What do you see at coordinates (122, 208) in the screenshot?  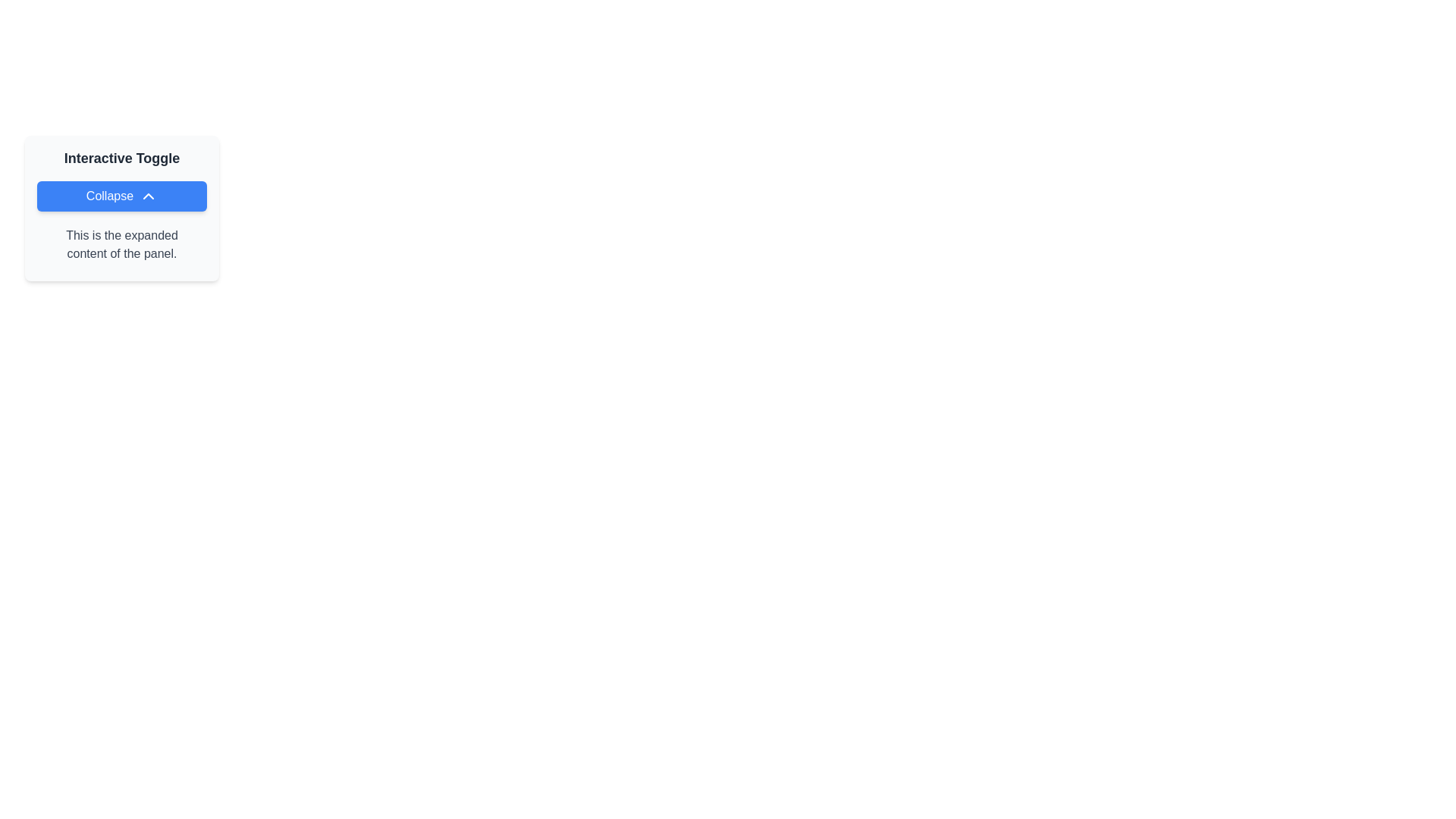 I see `the button located within the 'Interactive Toggle' panel` at bounding box center [122, 208].